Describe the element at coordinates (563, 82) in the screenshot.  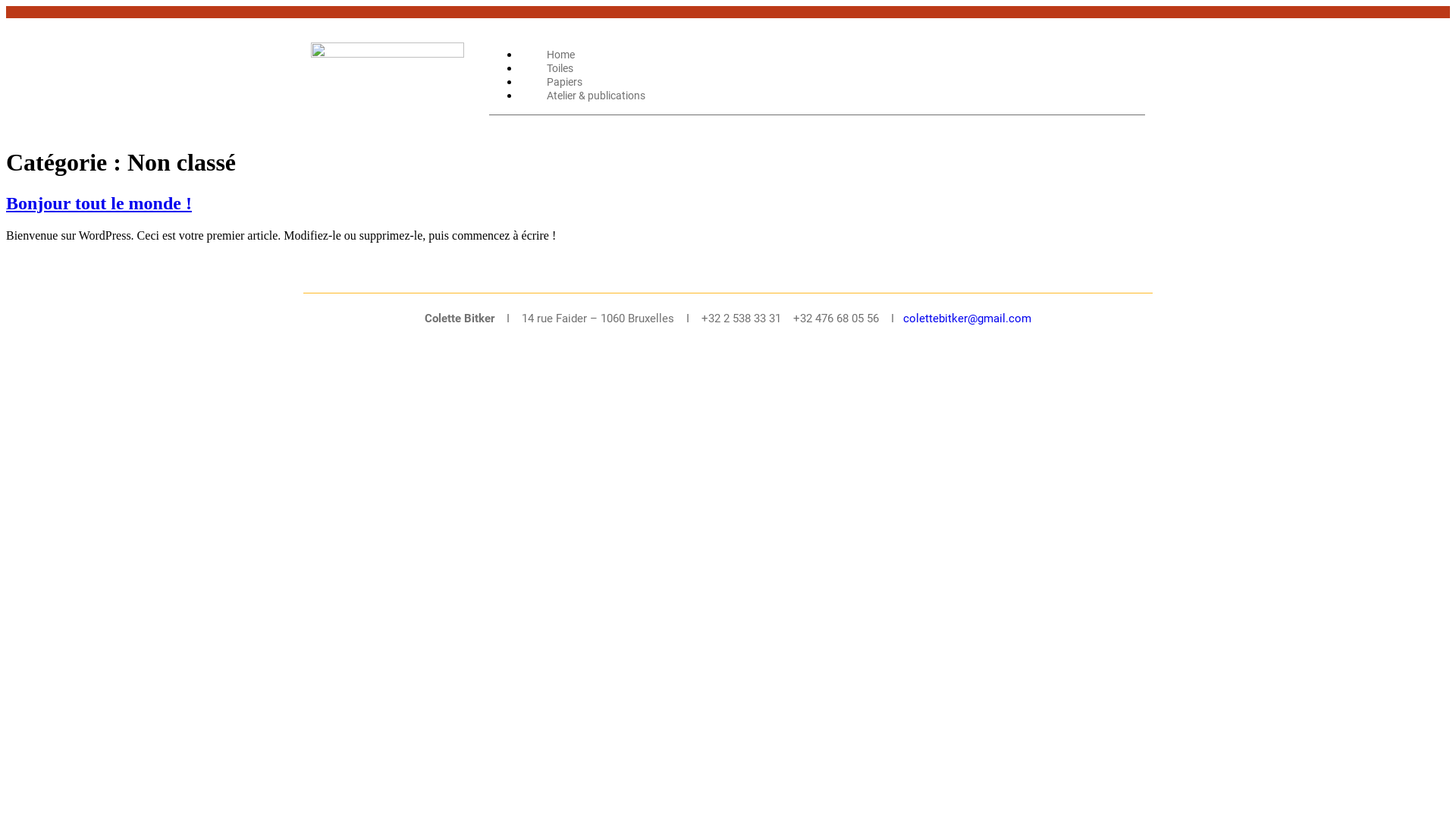
I see `'Papiers'` at that location.